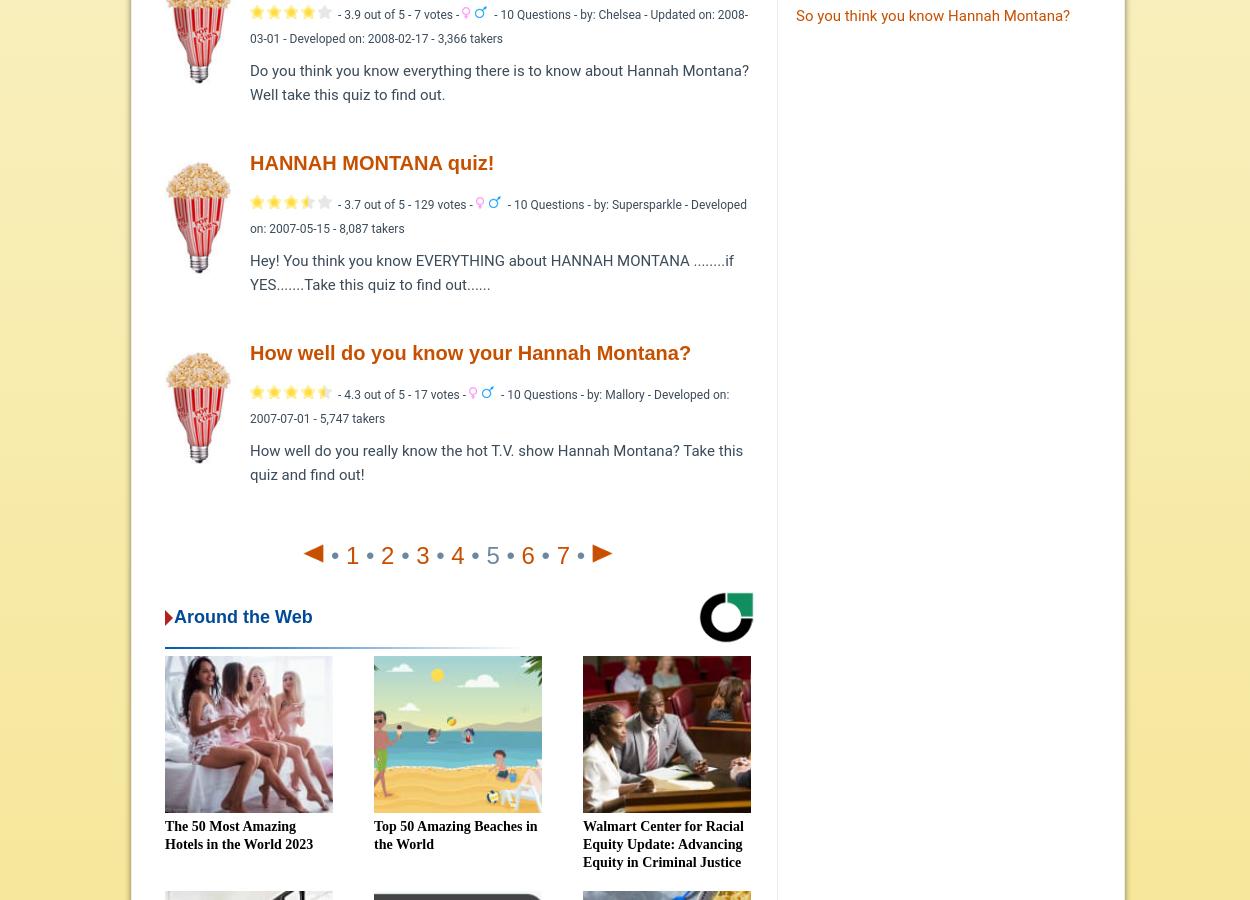 The width and height of the screenshot is (1250, 900). Describe the element at coordinates (387, 553) in the screenshot. I see `'2'` at that location.